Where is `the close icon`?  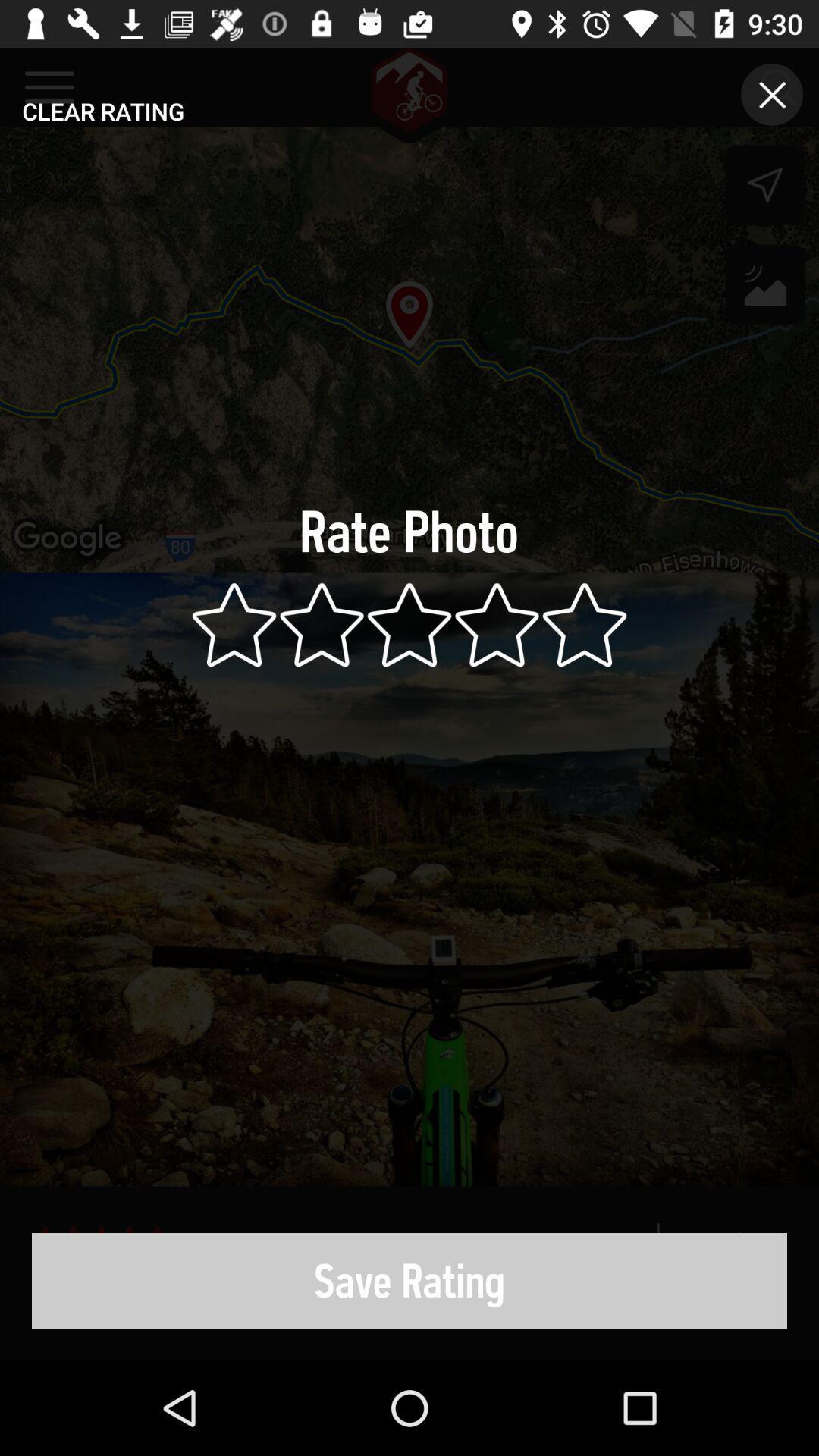
the close icon is located at coordinates (772, 93).